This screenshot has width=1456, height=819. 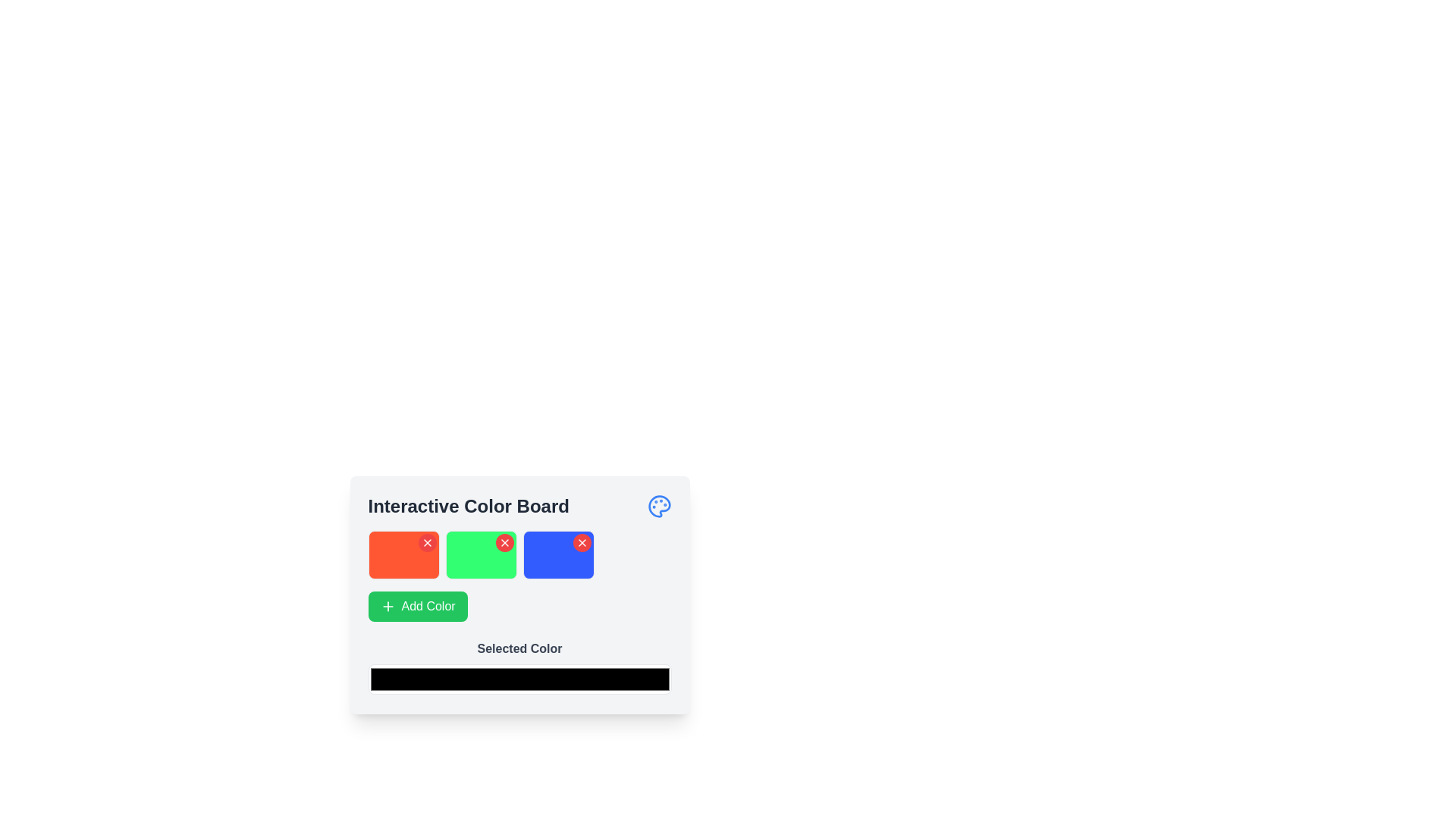 I want to click on the bold gray text label displaying 'Selected Color', which is positioned above the color input field in a form-like section, so click(x=519, y=648).